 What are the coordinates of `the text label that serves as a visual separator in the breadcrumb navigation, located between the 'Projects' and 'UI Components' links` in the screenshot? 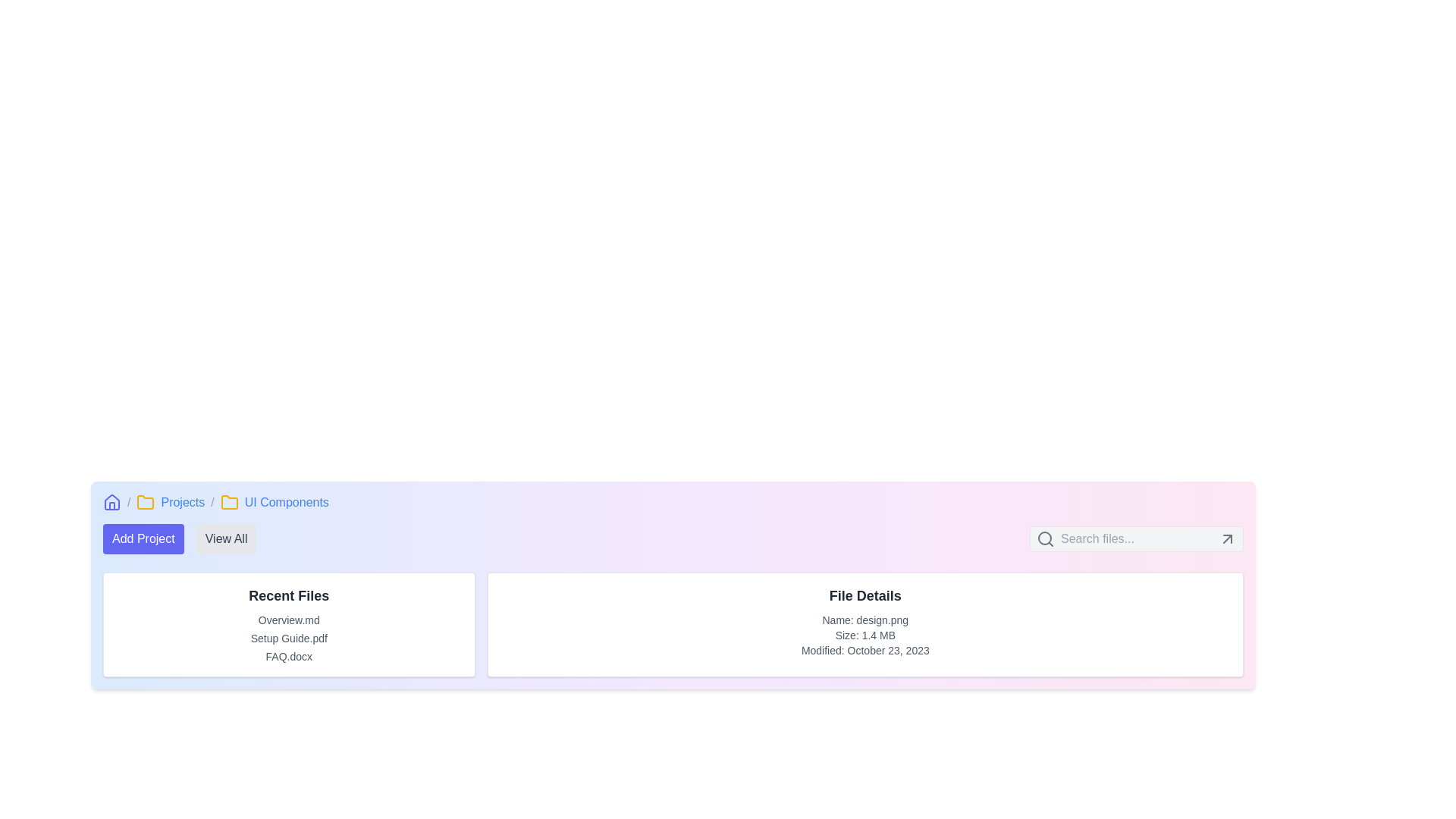 It's located at (212, 503).